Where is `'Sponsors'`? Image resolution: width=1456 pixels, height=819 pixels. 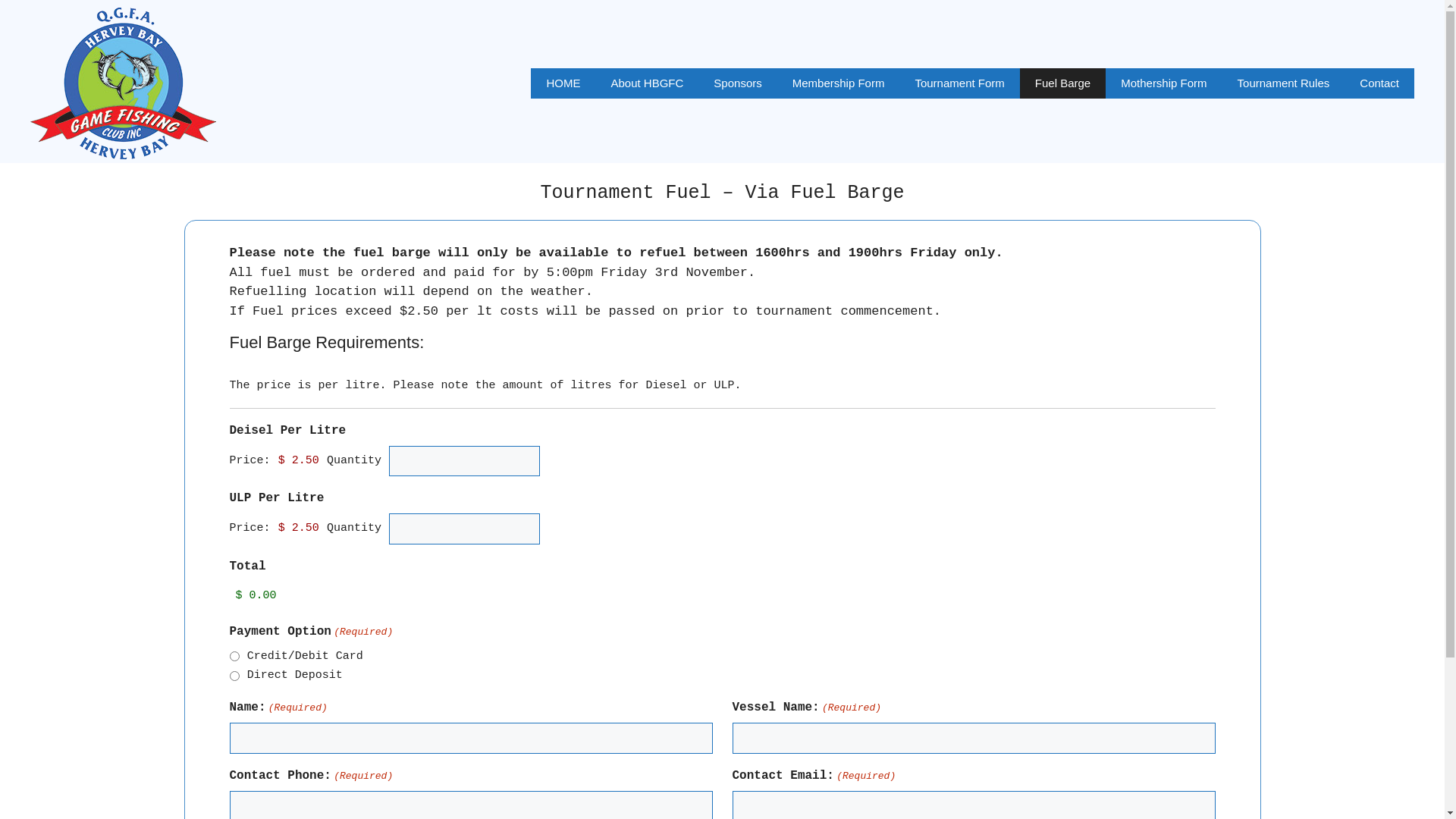 'Sponsors' is located at coordinates (737, 83).